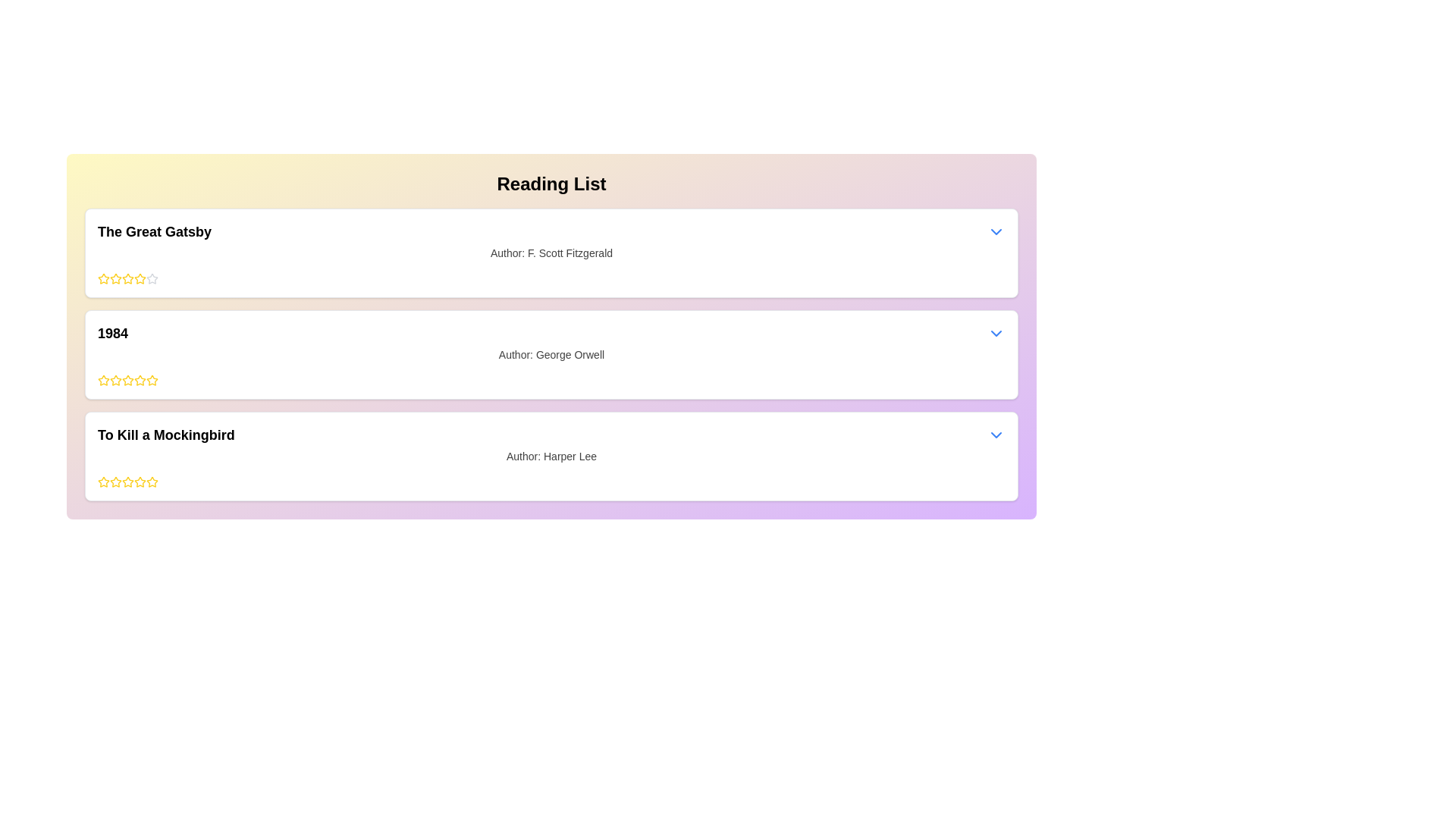 Image resolution: width=1456 pixels, height=819 pixels. I want to click on the second star icon in the rating section of the second book in the 'Reading List', so click(103, 379).